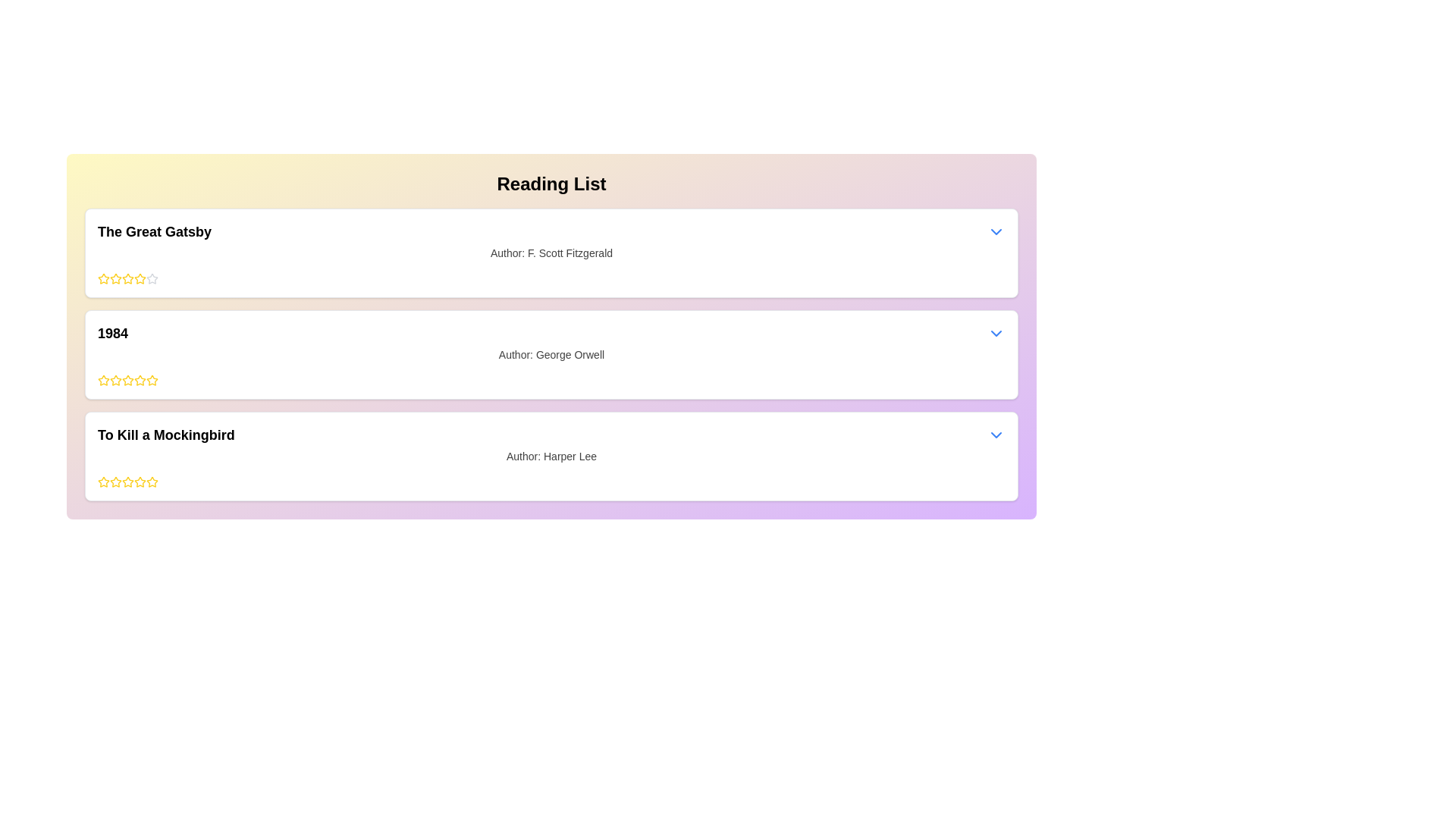 Image resolution: width=1456 pixels, height=819 pixels. I want to click on the second star icon in the rating section of the second book in the 'Reading List', so click(103, 379).